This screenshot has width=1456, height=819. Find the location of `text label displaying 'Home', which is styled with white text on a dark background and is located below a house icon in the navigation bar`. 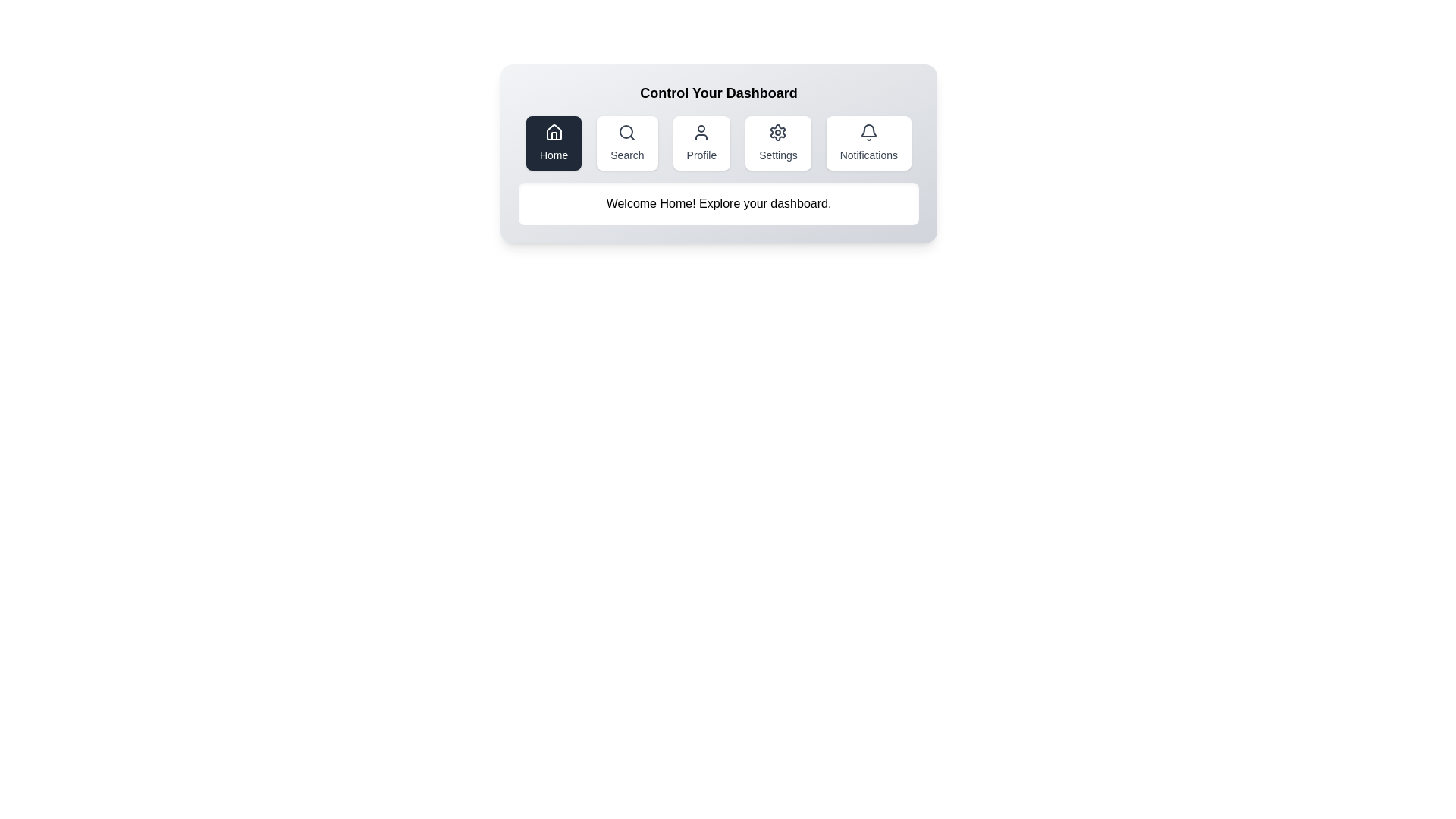

text label displaying 'Home', which is styled with white text on a dark background and is located below a house icon in the navigation bar is located at coordinates (553, 155).